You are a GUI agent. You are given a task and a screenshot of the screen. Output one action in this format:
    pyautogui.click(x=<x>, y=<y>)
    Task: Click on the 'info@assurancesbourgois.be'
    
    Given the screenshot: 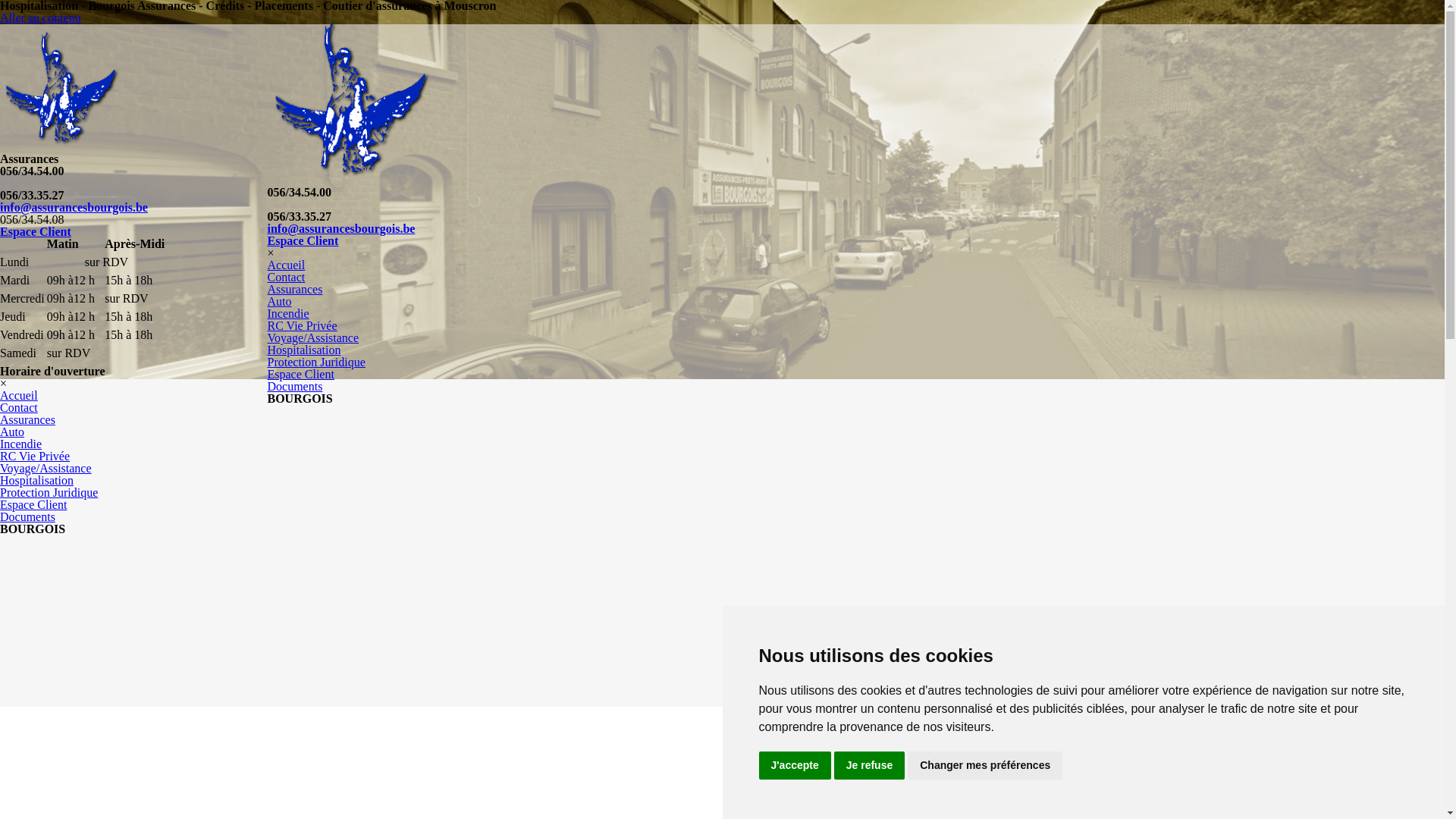 What is the action you would take?
    pyautogui.click(x=73, y=207)
    